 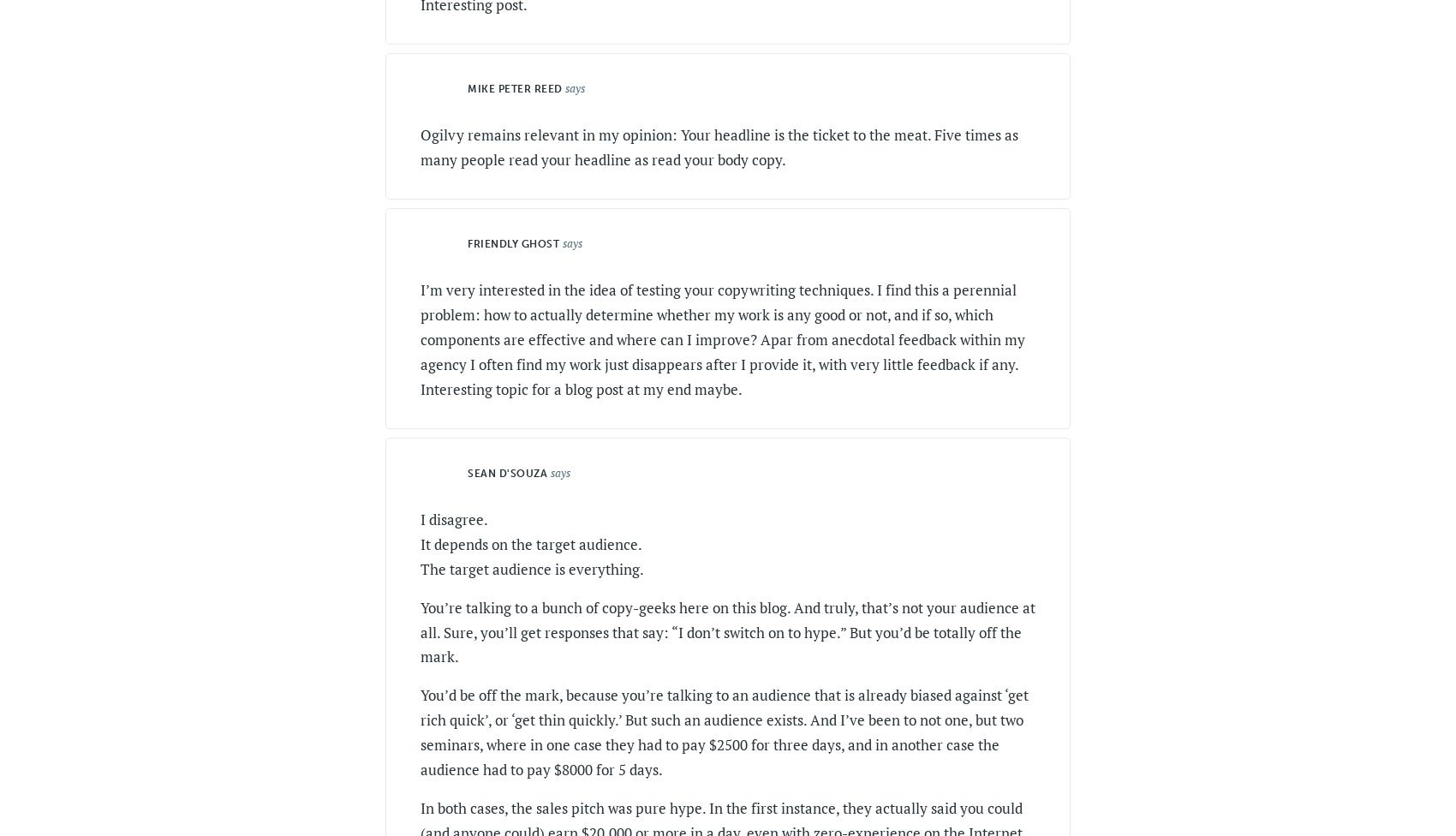 What do you see at coordinates (718, 146) in the screenshot?
I see `'Ogilvy remains relevant in my opinion: Your headline is the ticket to the meat. Five times as many people read your headline as read your body copy.'` at bounding box center [718, 146].